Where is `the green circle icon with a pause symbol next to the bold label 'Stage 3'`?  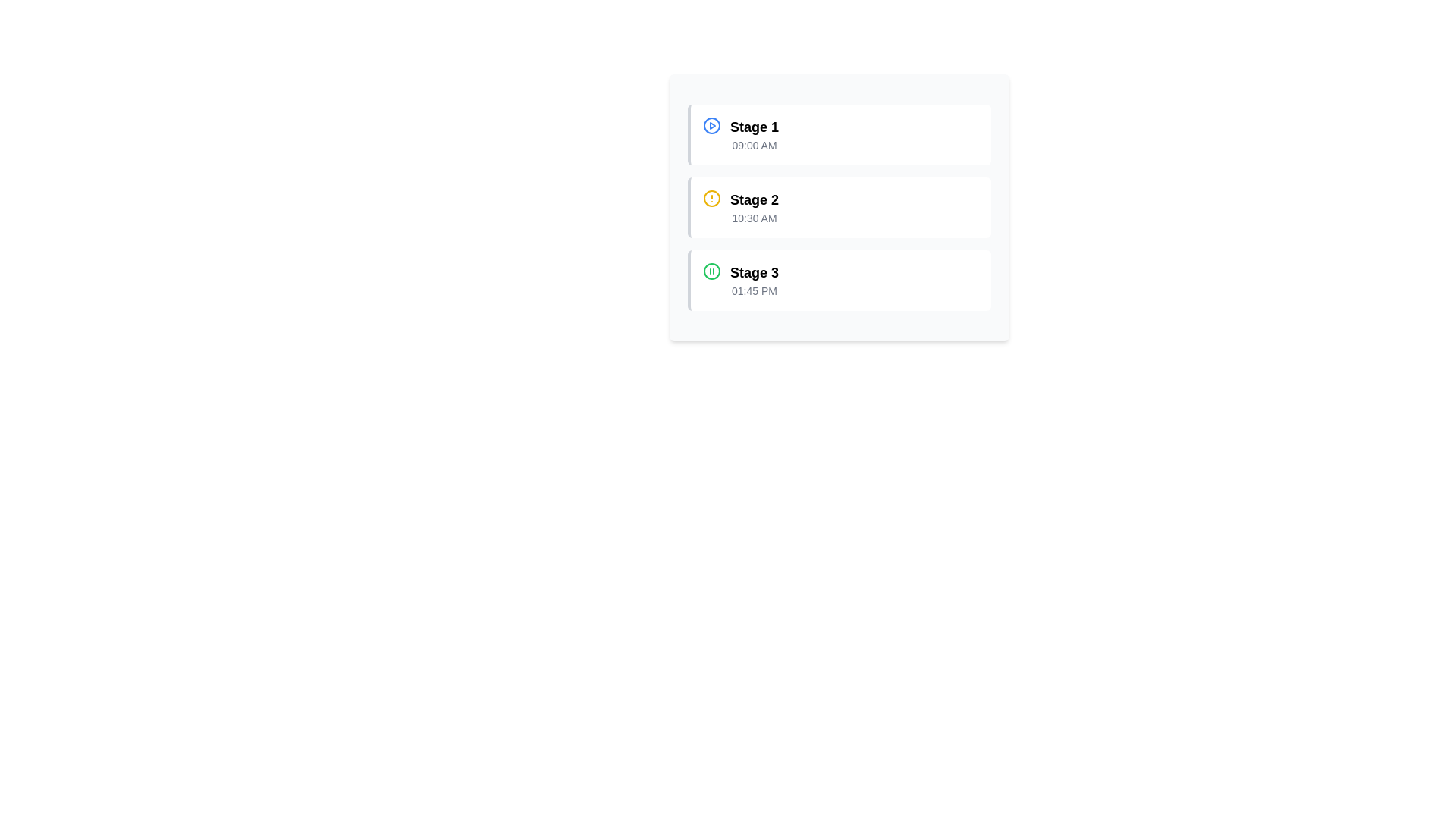 the green circle icon with a pause symbol next to the bold label 'Stage 3' is located at coordinates (741, 281).